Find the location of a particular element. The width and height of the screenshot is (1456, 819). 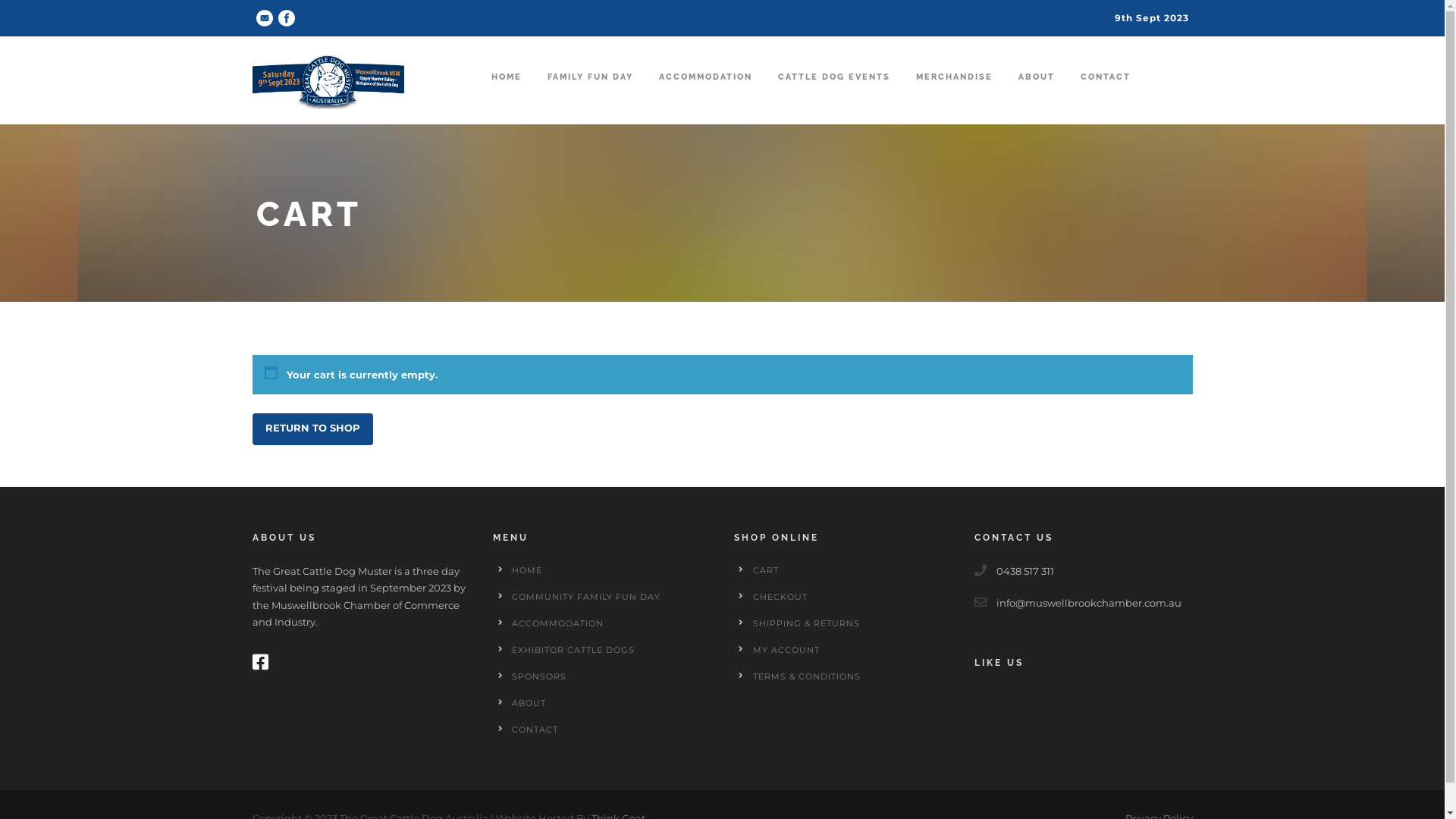

'CATTLE DOG EVENTS' is located at coordinates (833, 92).